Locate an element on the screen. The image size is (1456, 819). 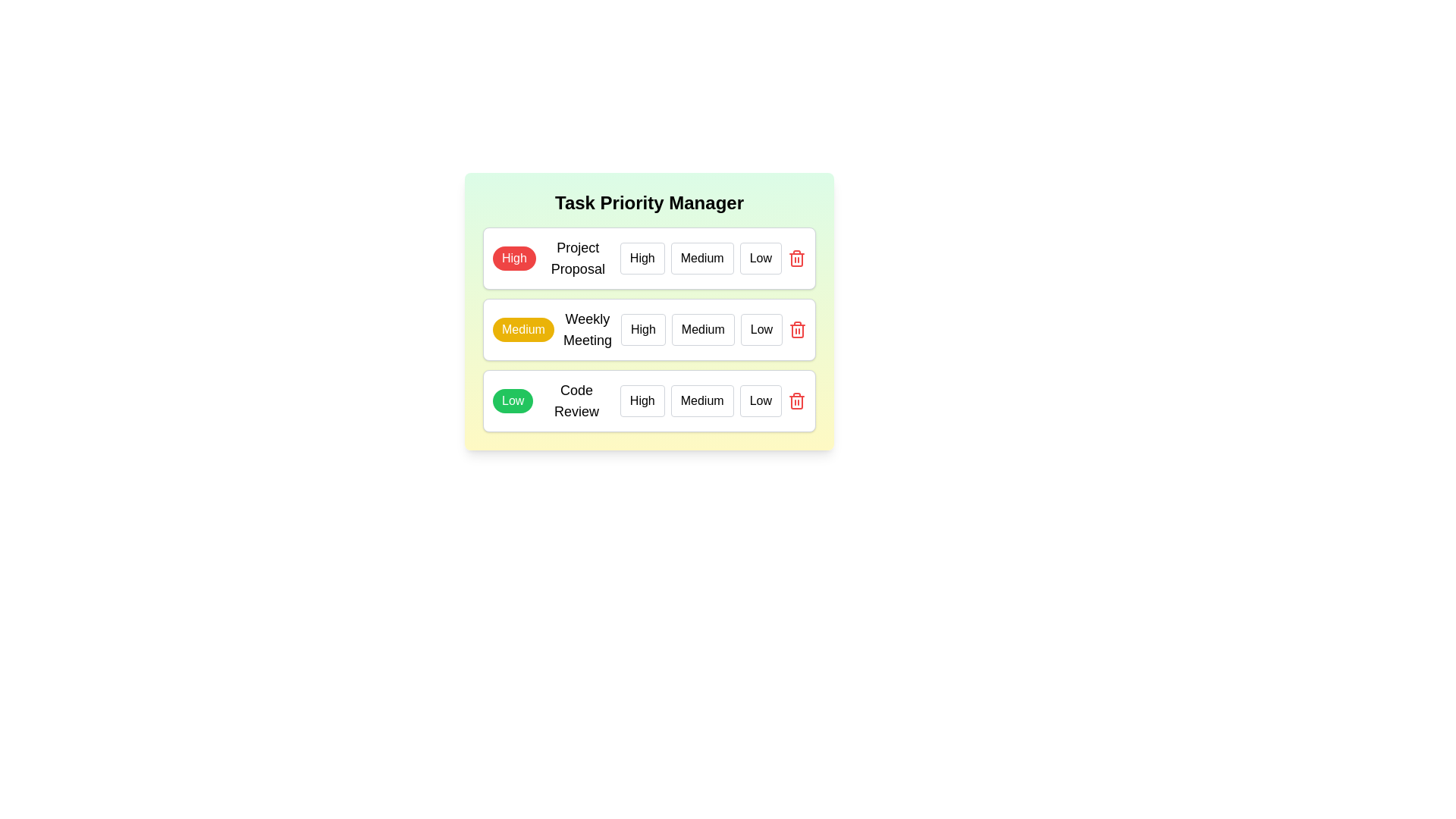
the priority level Low for the task Weekly Meeting is located at coordinates (761, 329).